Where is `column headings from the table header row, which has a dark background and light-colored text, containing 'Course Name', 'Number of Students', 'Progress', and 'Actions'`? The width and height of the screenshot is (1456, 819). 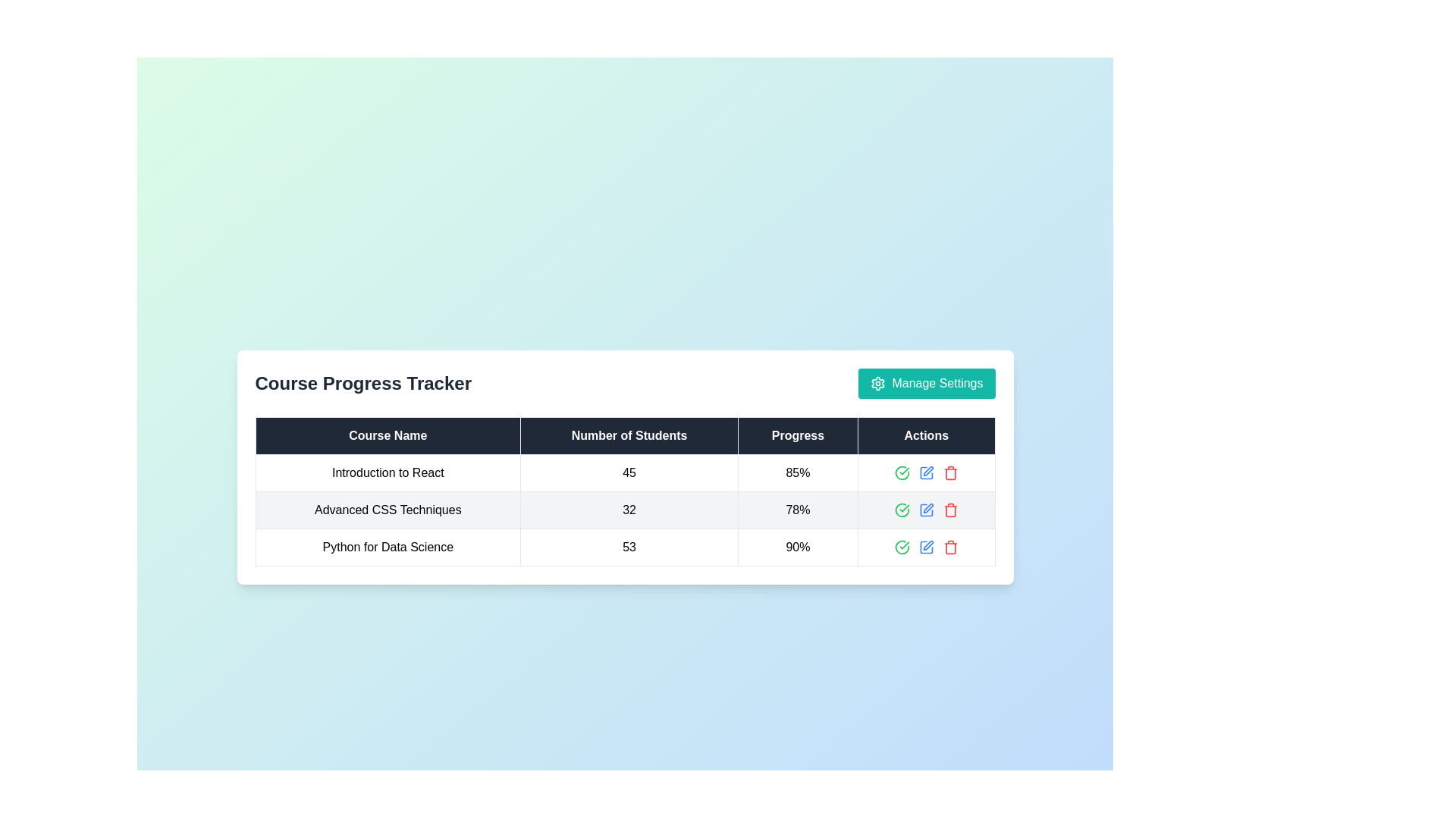
column headings from the table header row, which has a dark background and light-colored text, containing 'Course Name', 'Number of Students', 'Progress', and 'Actions' is located at coordinates (625, 435).